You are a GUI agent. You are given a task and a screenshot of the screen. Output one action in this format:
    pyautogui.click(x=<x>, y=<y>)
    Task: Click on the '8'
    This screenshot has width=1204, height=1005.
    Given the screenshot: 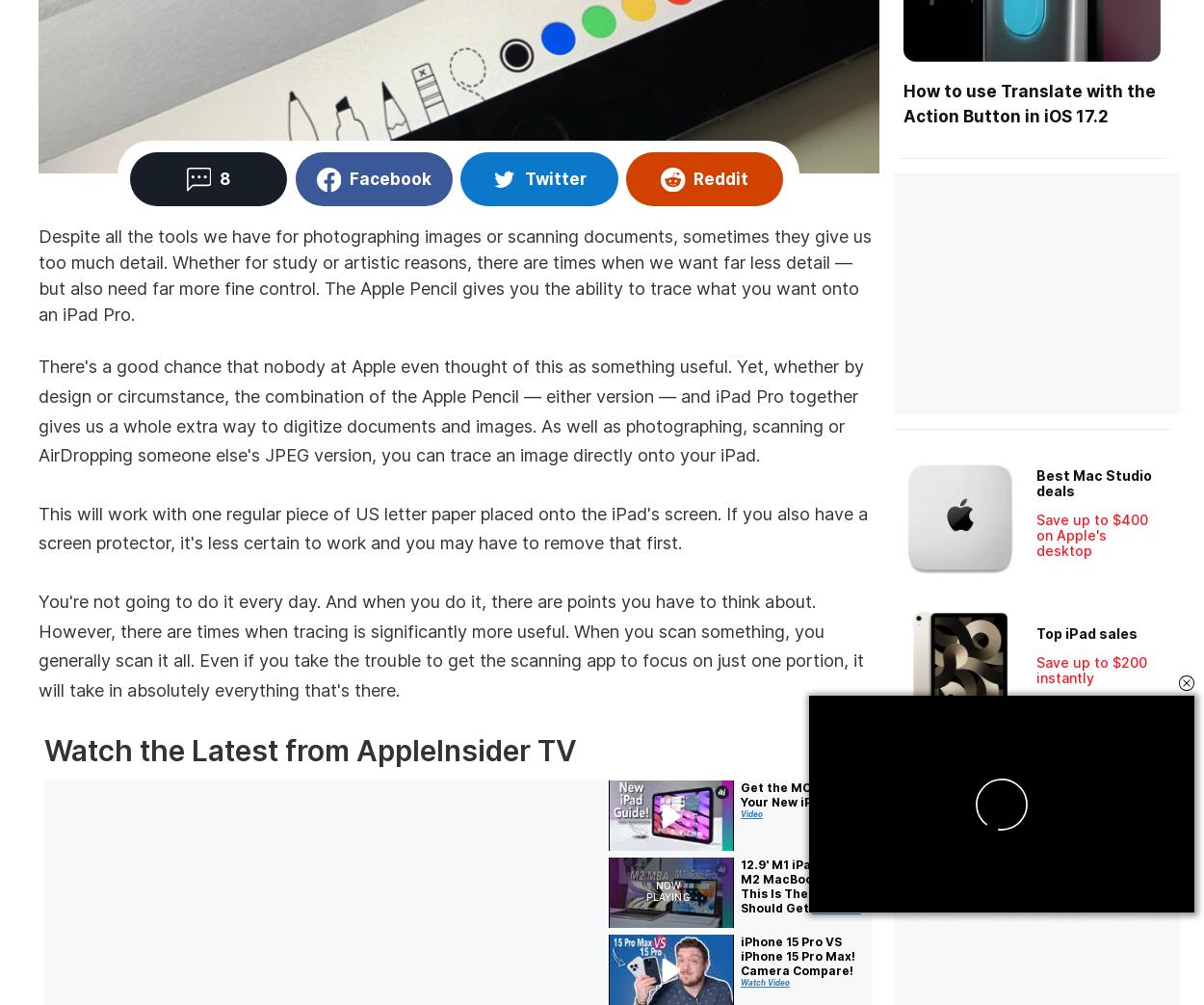 What is the action you would take?
    pyautogui.click(x=222, y=177)
    